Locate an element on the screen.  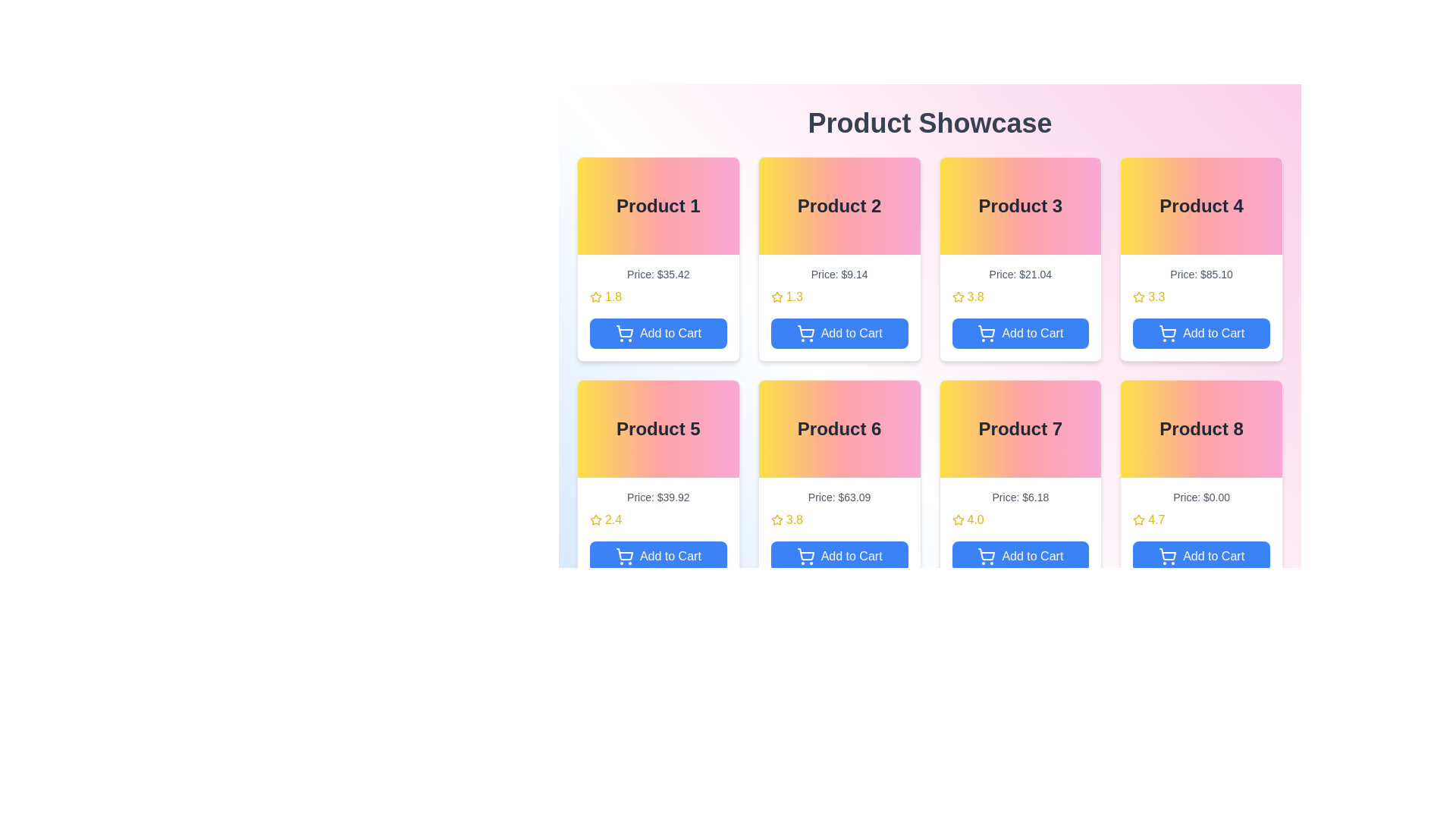
the shopping cart icon inside the 'Add to Cart' button for 'Product 6' located in the second row, fourth column is located at coordinates (805, 554).